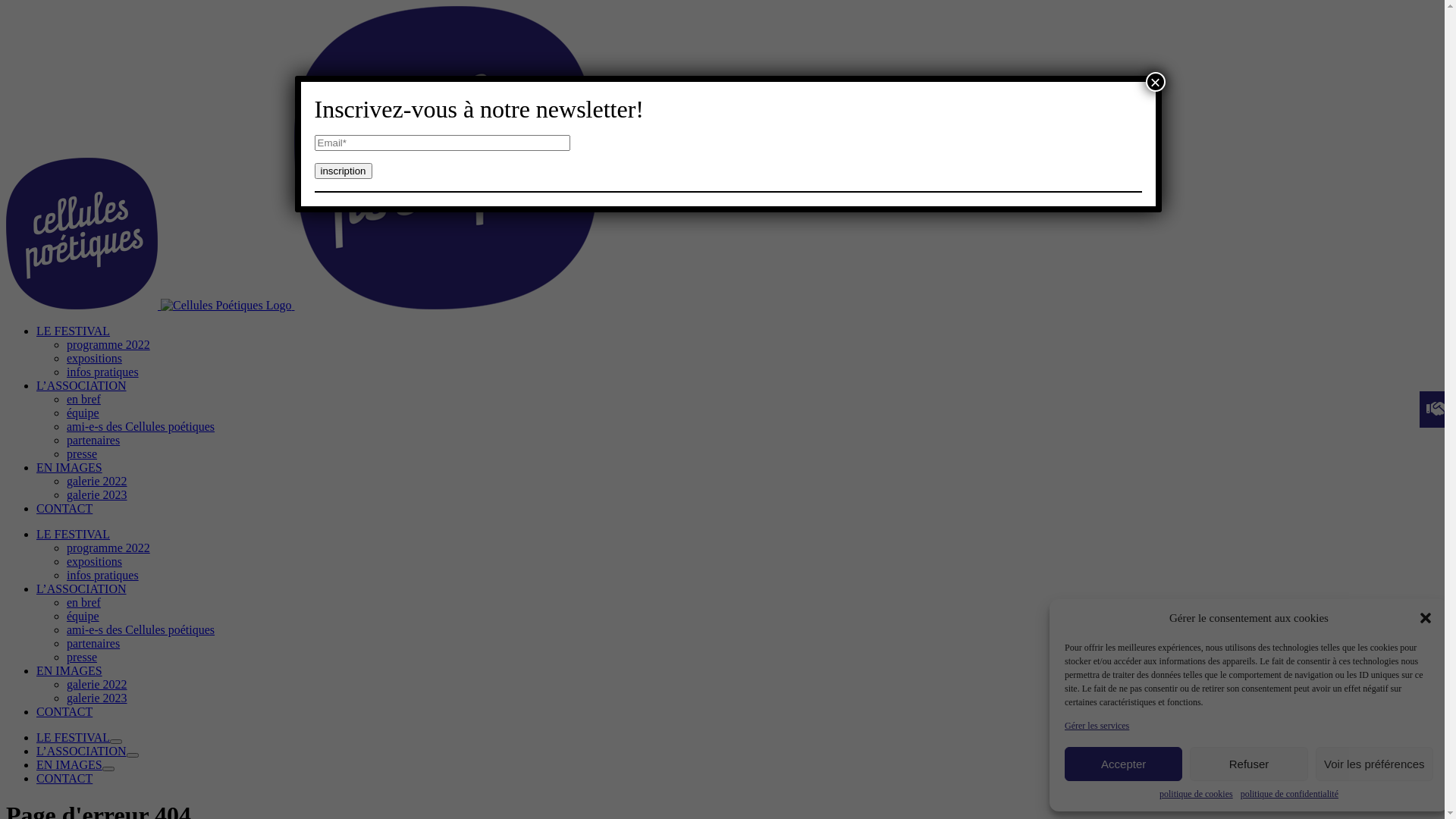  Describe the element at coordinates (72, 736) in the screenshot. I see `'LE FESTIVAL'` at that location.